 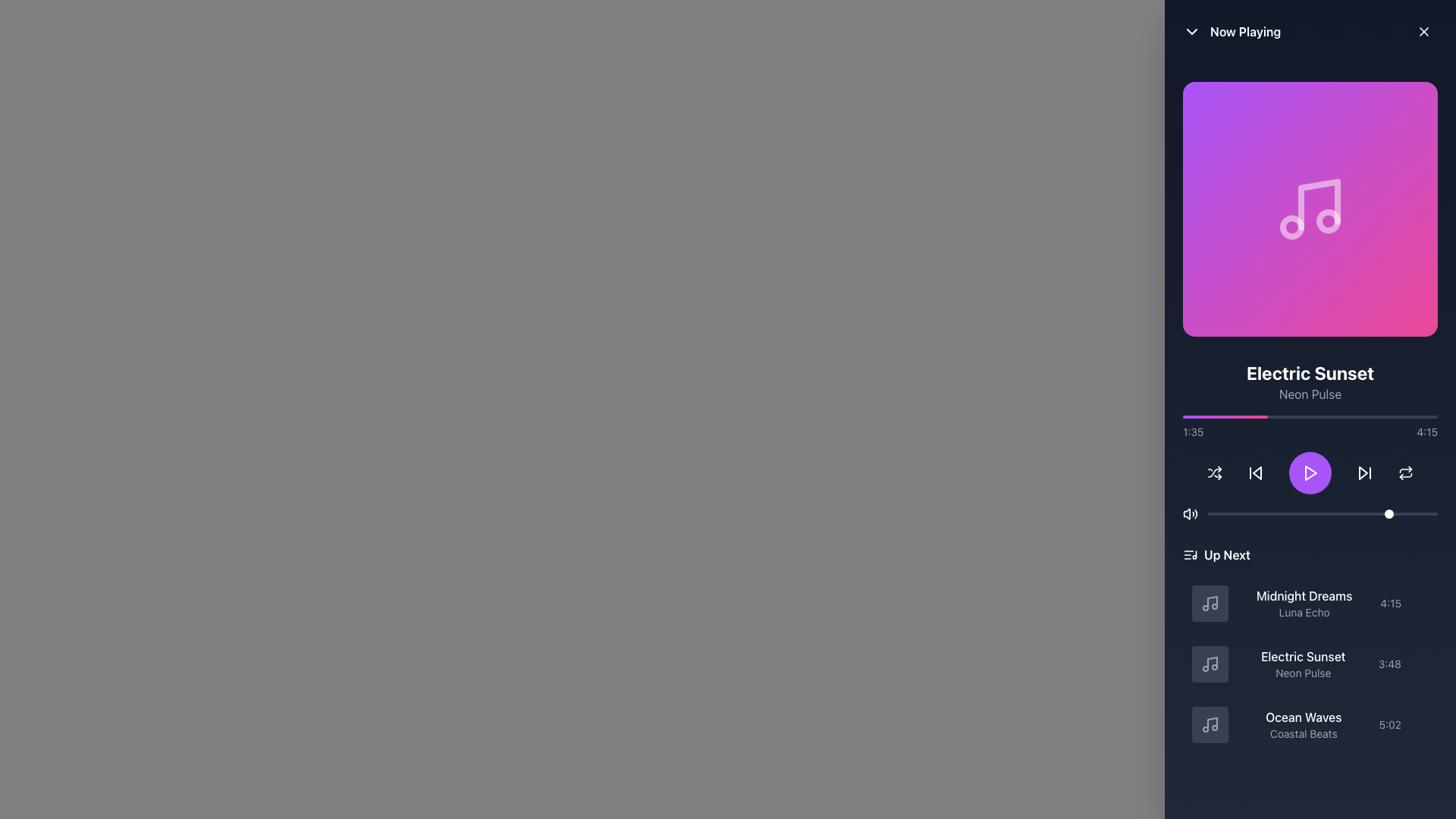 I want to click on the stylized speaker icon on the music player interface, so click(x=1186, y=513).